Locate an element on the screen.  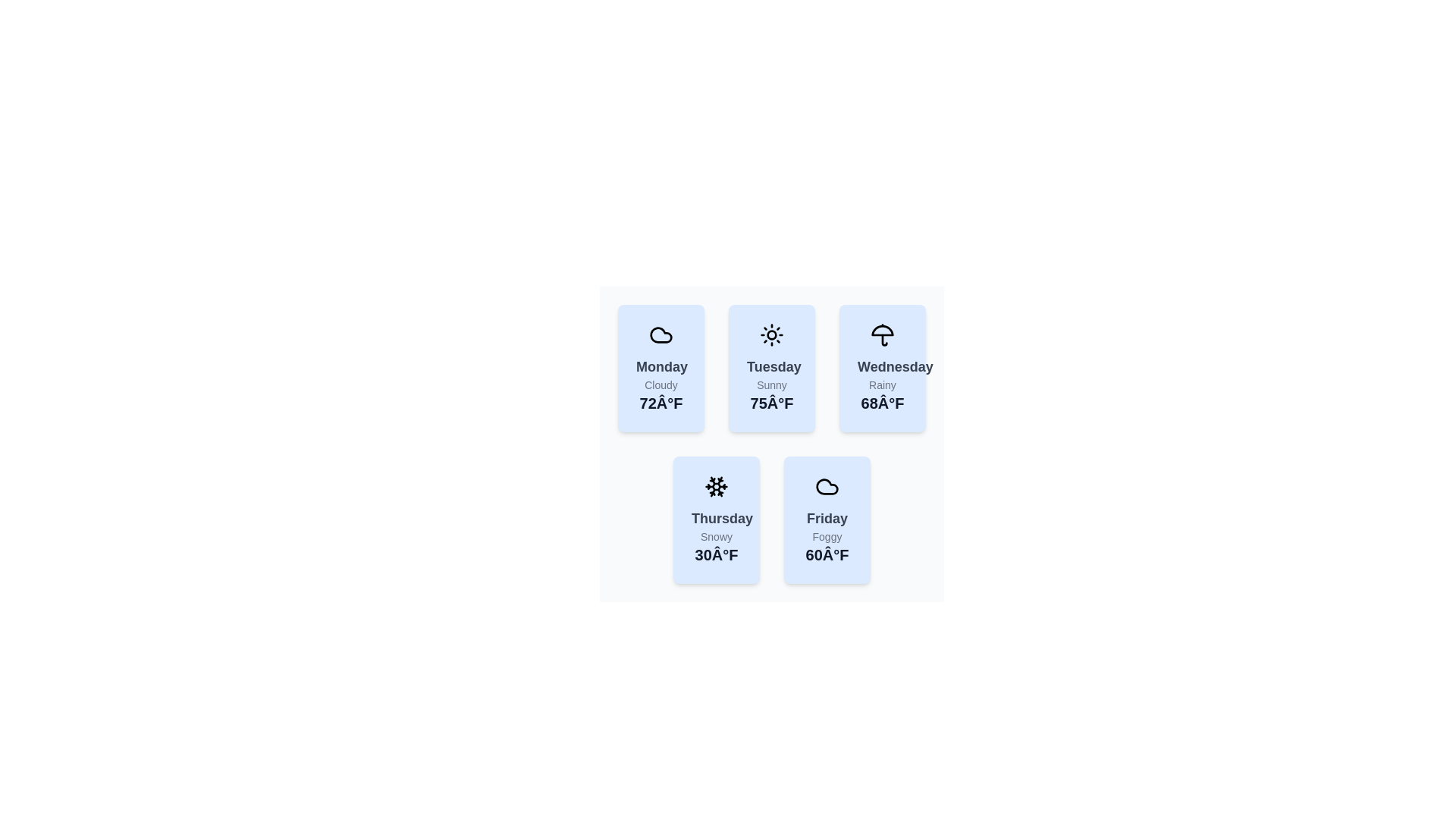
the text label displaying '72°F' in a large, bold font, located at the bottom center of the weather card for 'Monday' is located at coordinates (661, 403).